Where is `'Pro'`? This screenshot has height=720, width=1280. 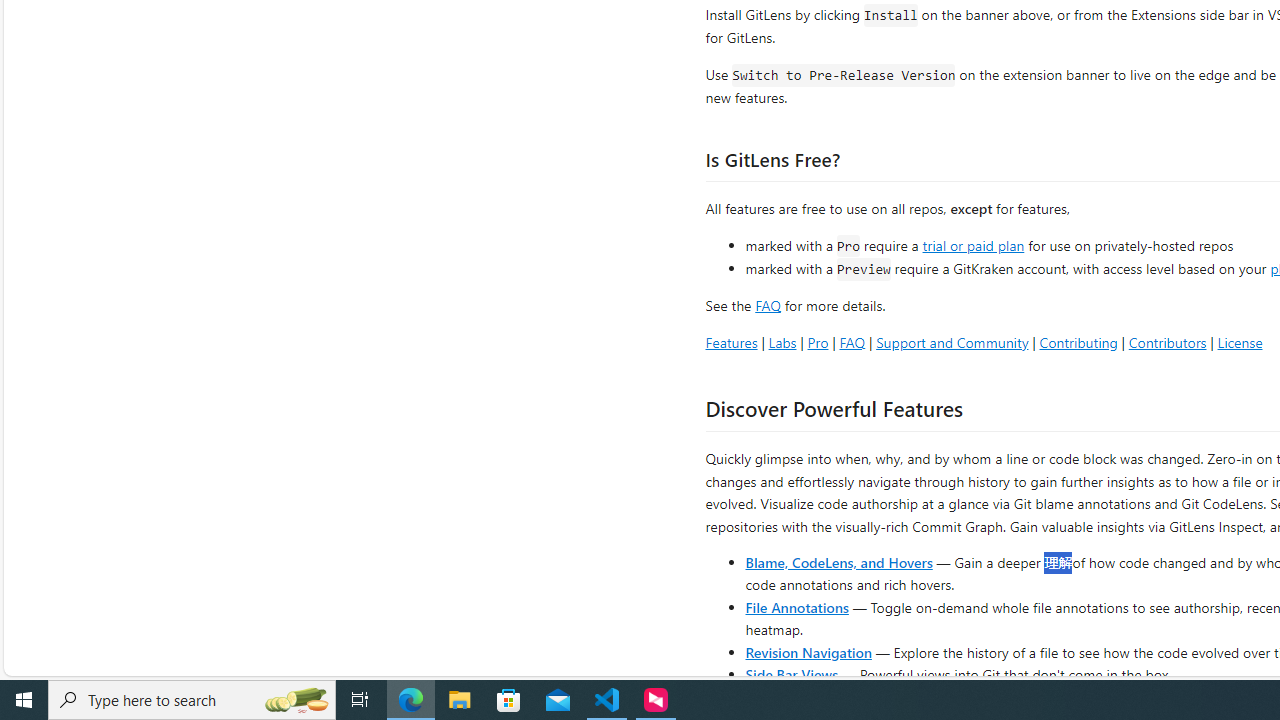
'Pro' is located at coordinates (817, 341).